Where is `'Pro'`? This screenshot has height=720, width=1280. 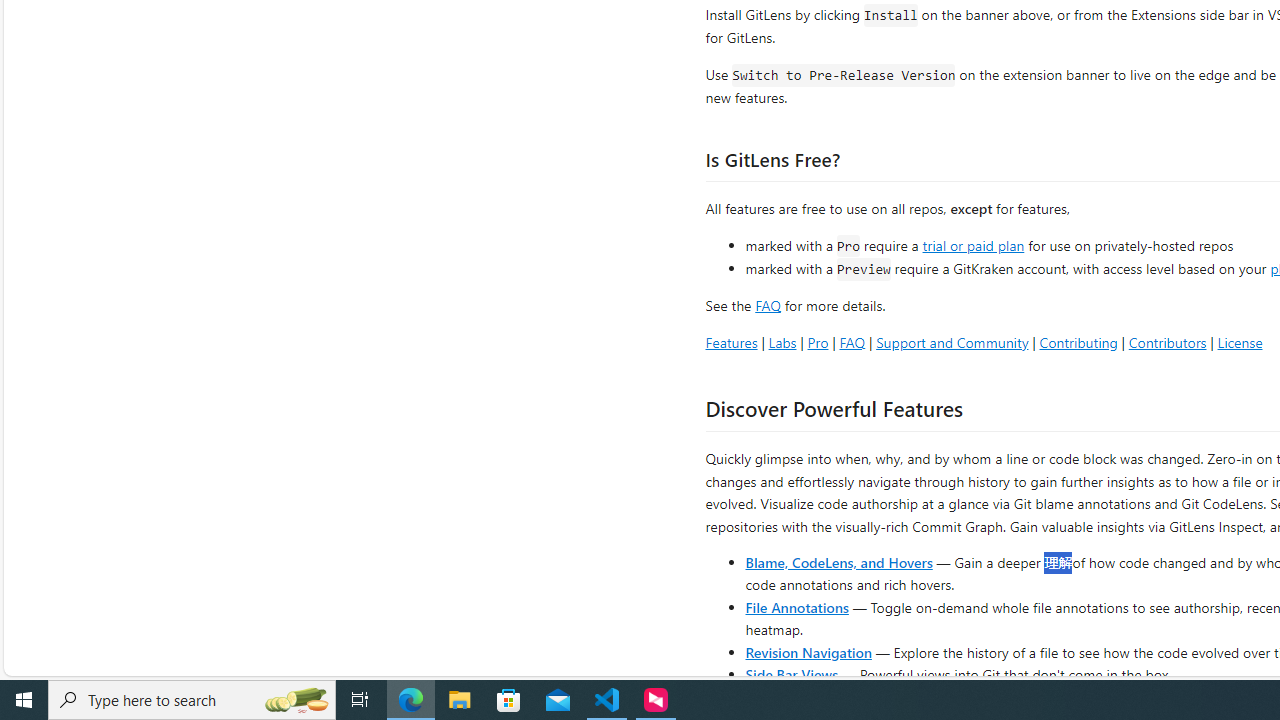
'Pro' is located at coordinates (817, 341).